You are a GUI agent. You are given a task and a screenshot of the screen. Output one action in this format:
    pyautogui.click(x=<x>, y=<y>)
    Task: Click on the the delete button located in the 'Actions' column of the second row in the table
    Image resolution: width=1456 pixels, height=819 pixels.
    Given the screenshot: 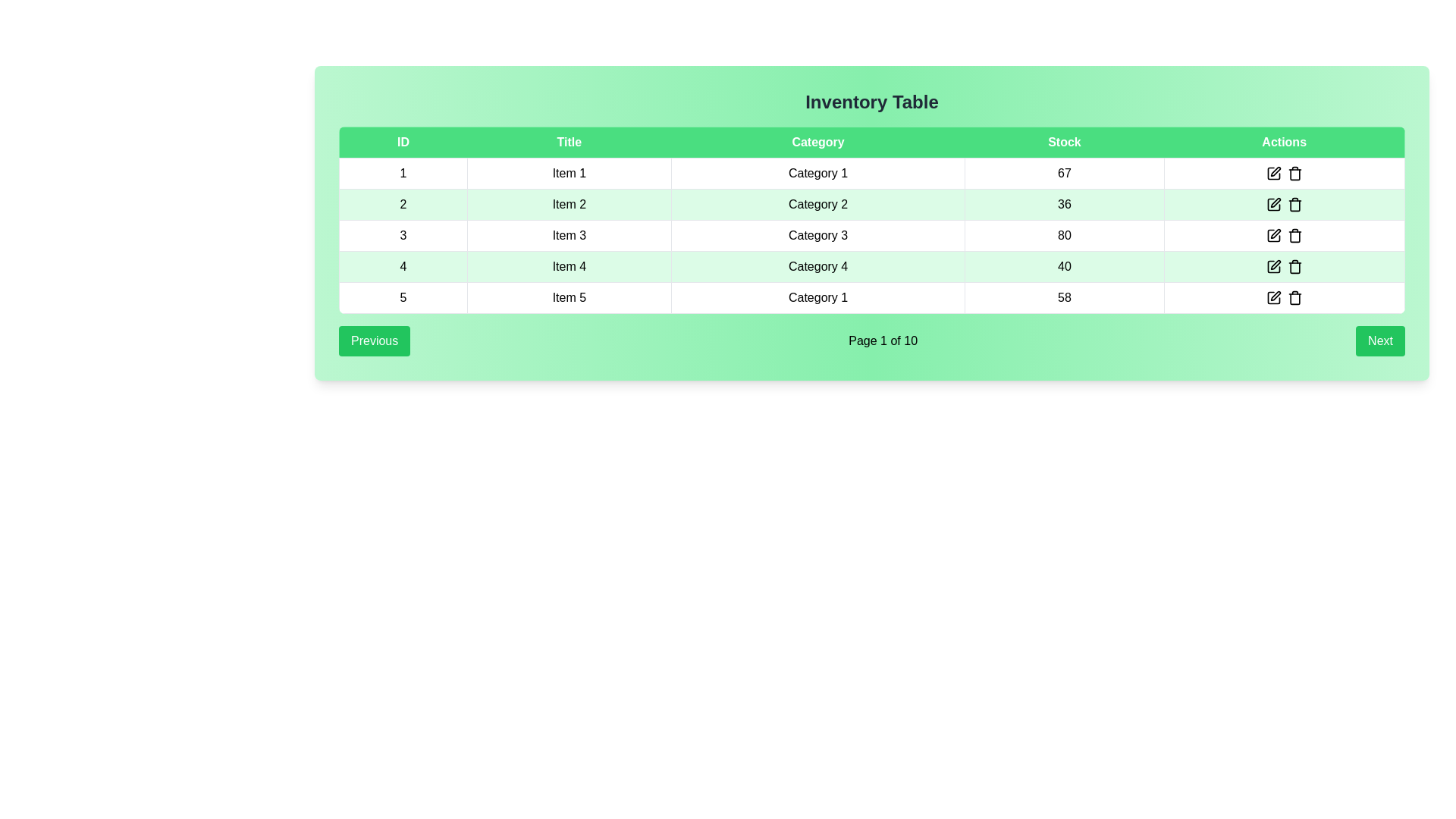 What is the action you would take?
    pyautogui.click(x=1294, y=205)
    